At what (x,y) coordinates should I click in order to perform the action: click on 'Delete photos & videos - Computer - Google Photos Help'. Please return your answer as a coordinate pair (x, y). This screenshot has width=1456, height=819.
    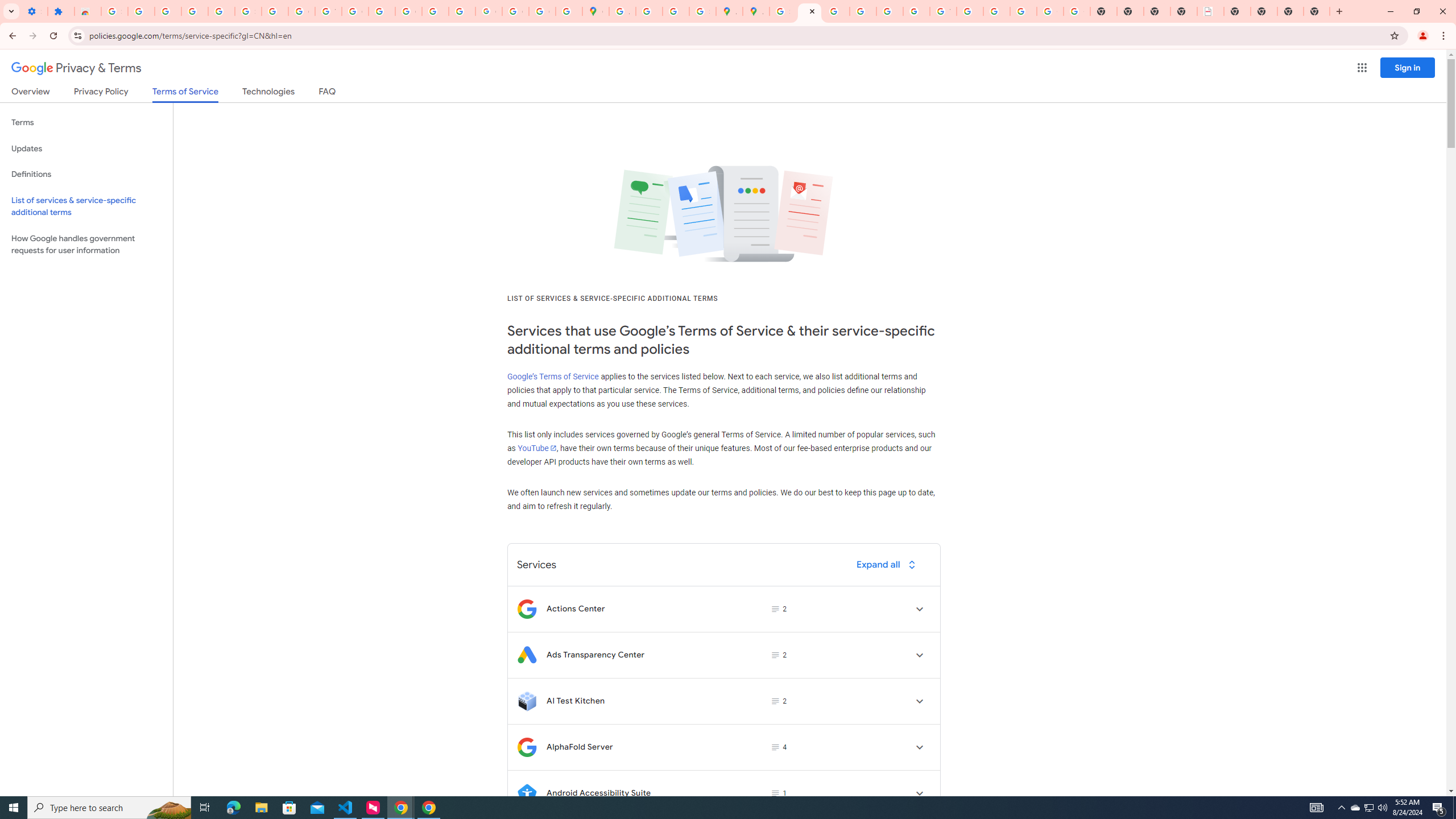
    Looking at the image, I should click on (167, 11).